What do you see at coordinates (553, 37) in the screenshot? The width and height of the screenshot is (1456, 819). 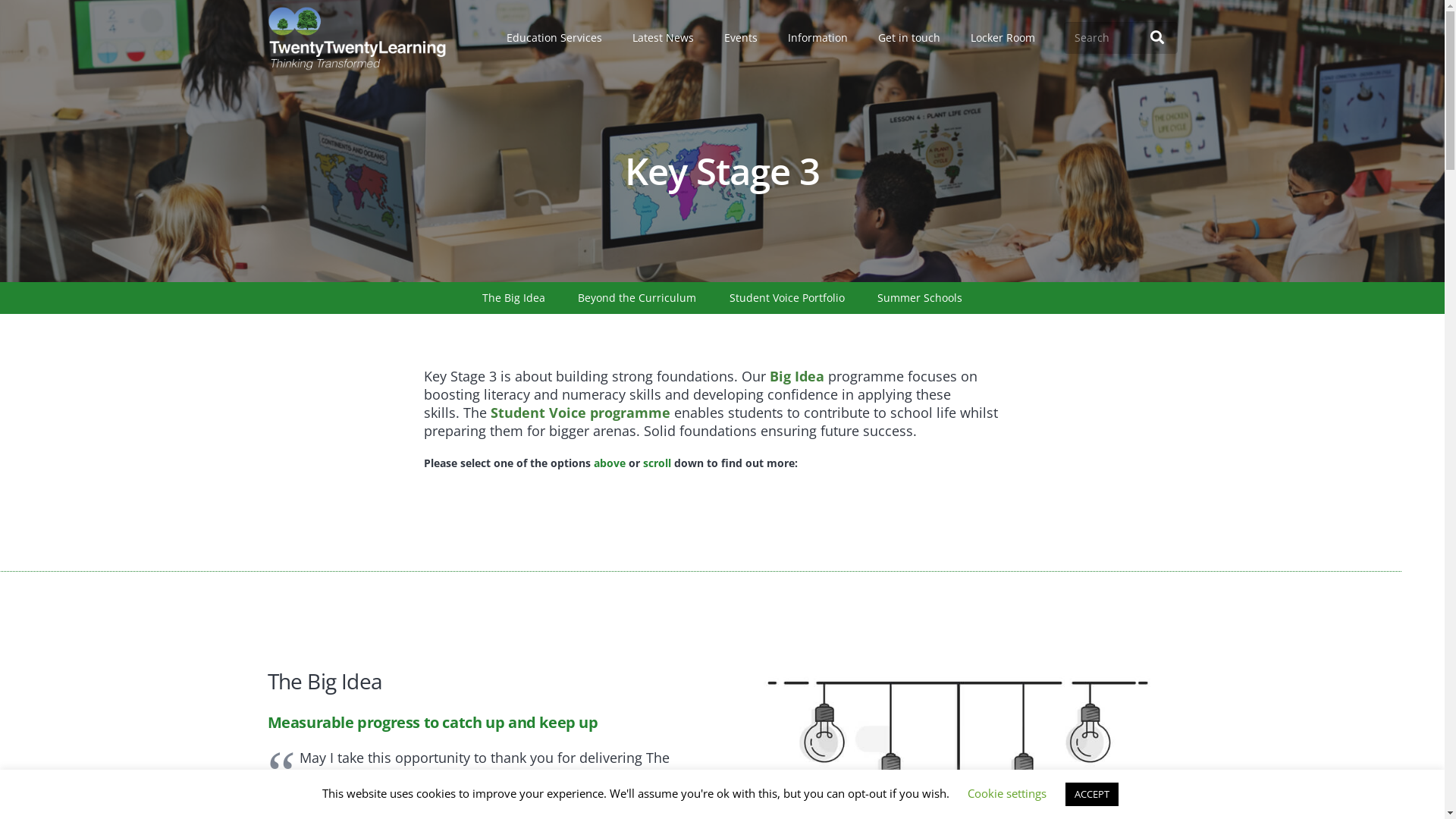 I see `'Education Services'` at bounding box center [553, 37].